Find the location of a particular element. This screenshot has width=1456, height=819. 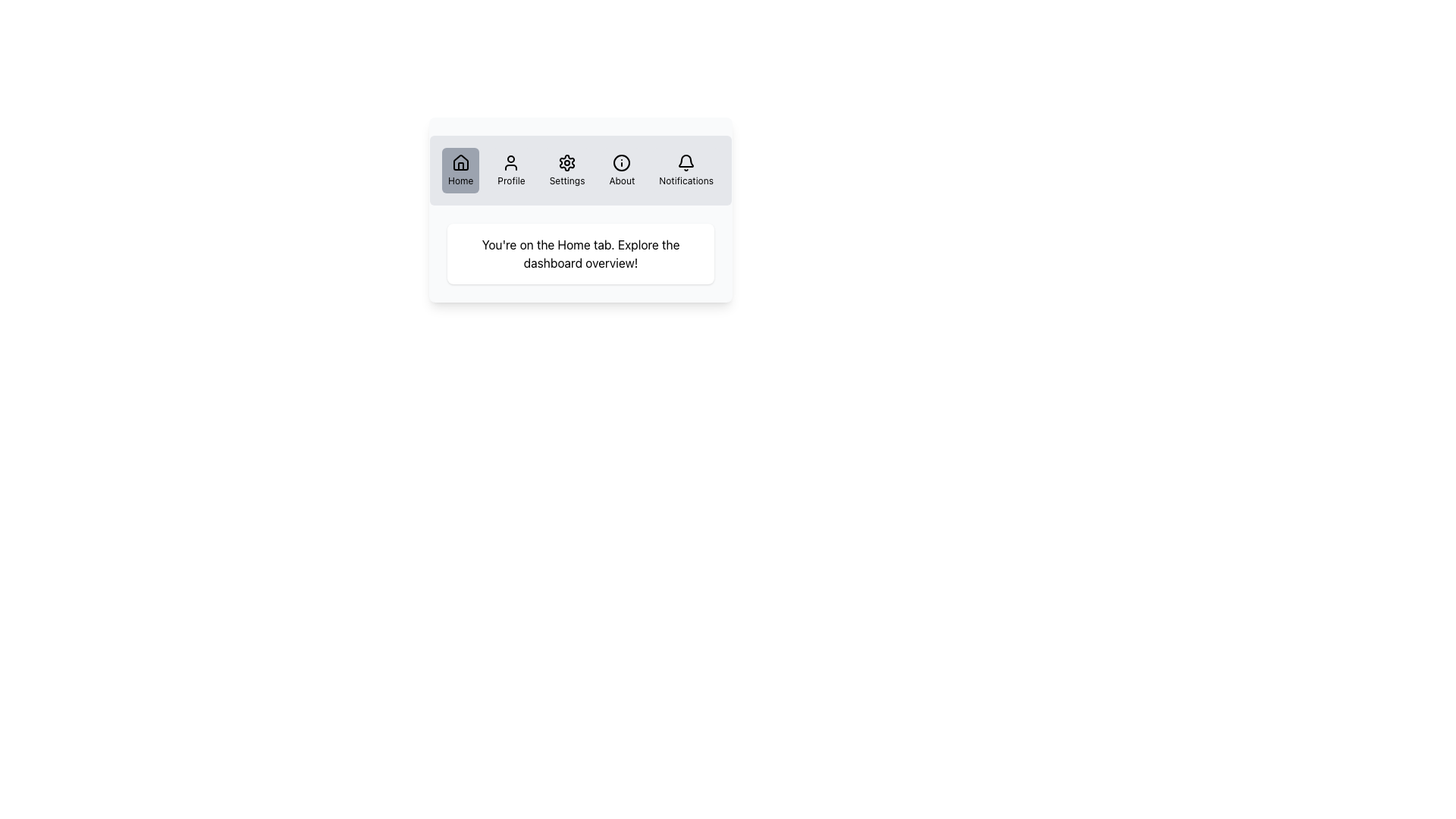

the 'Home' button, which is a rectangular button with a light gray background and a house icon is located at coordinates (460, 170).